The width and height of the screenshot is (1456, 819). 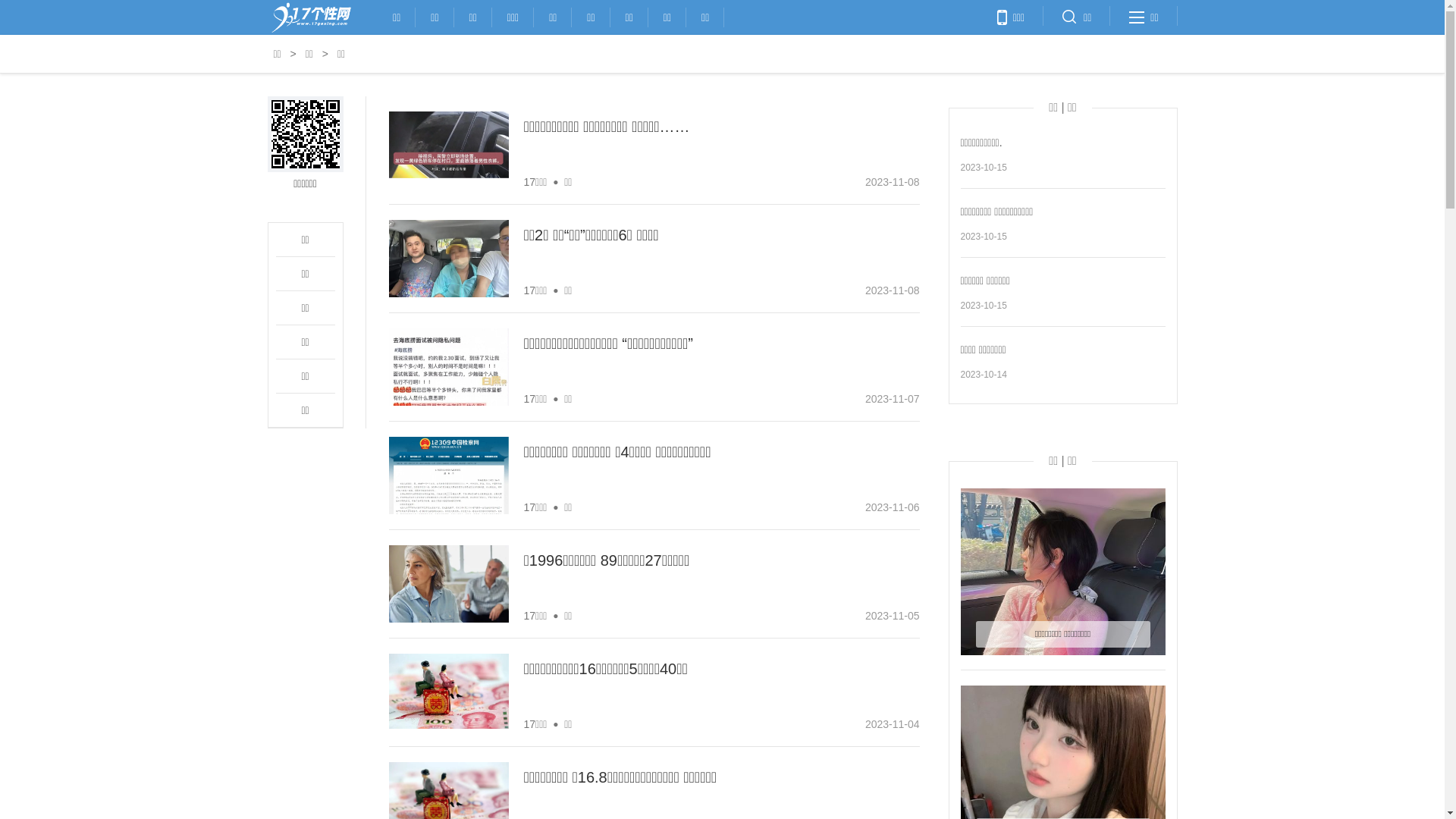 What do you see at coordinates (304, 133) in the screenshot?
I see `'http://mip.17gexing.com/shenghuo/baitai/'` at bounding box center [304, 133].